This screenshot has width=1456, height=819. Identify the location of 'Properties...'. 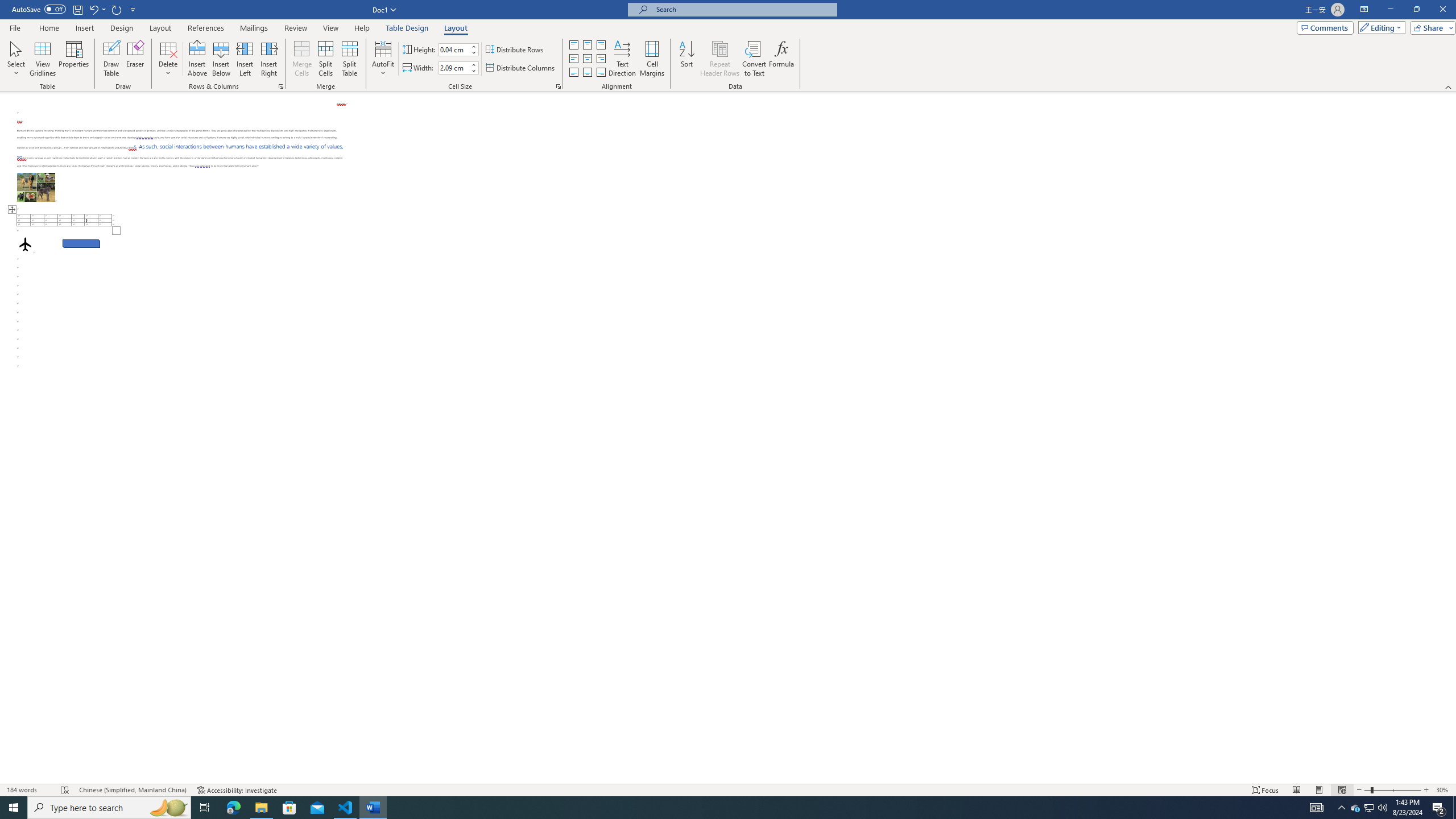
(558, 85).